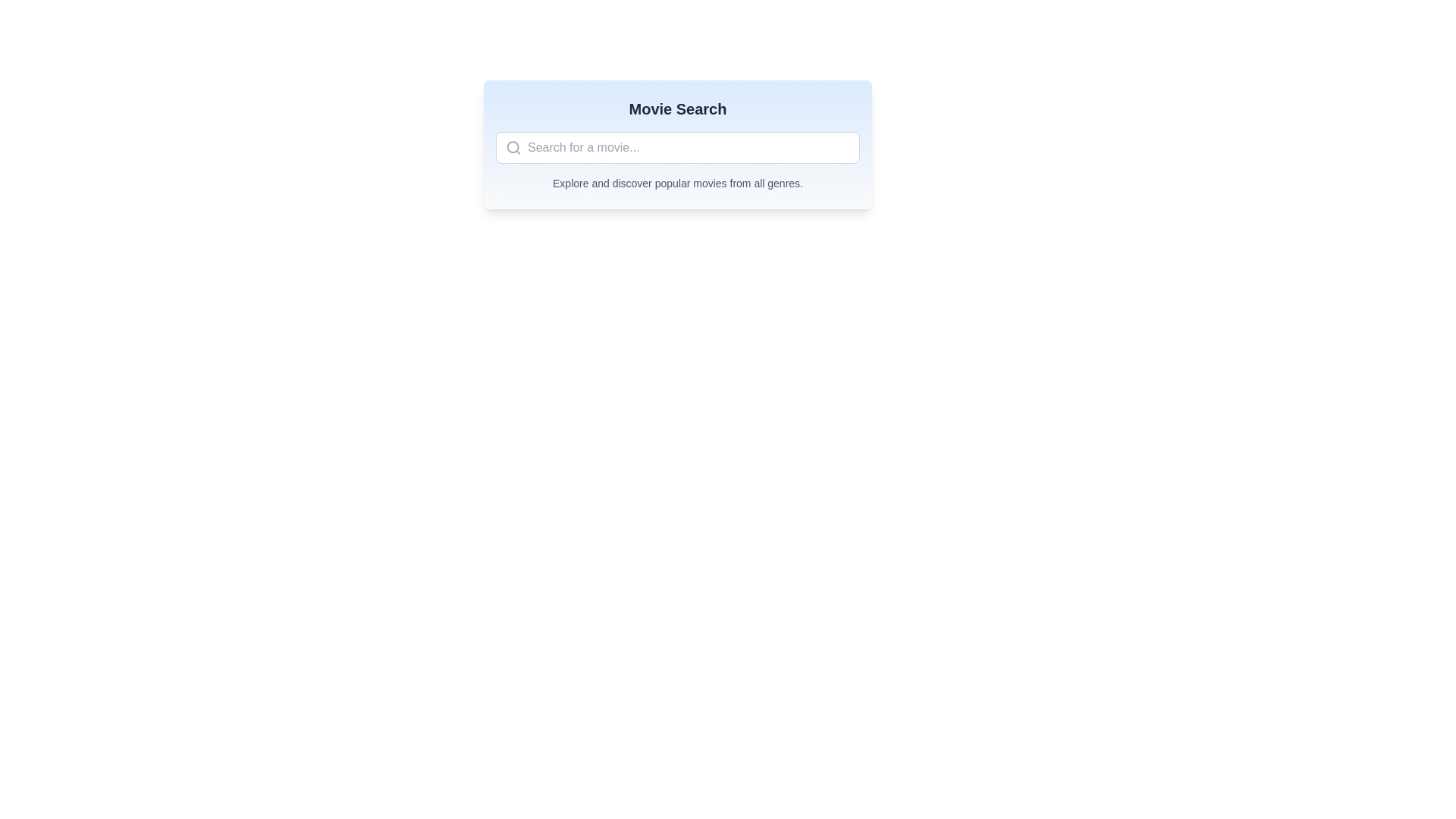 Image resolution: width=1456 pixels, height=819 pixels. I want to click on the search icon located at the left edge of the search bar under the heading 'Movie Search', so click(513, 148).